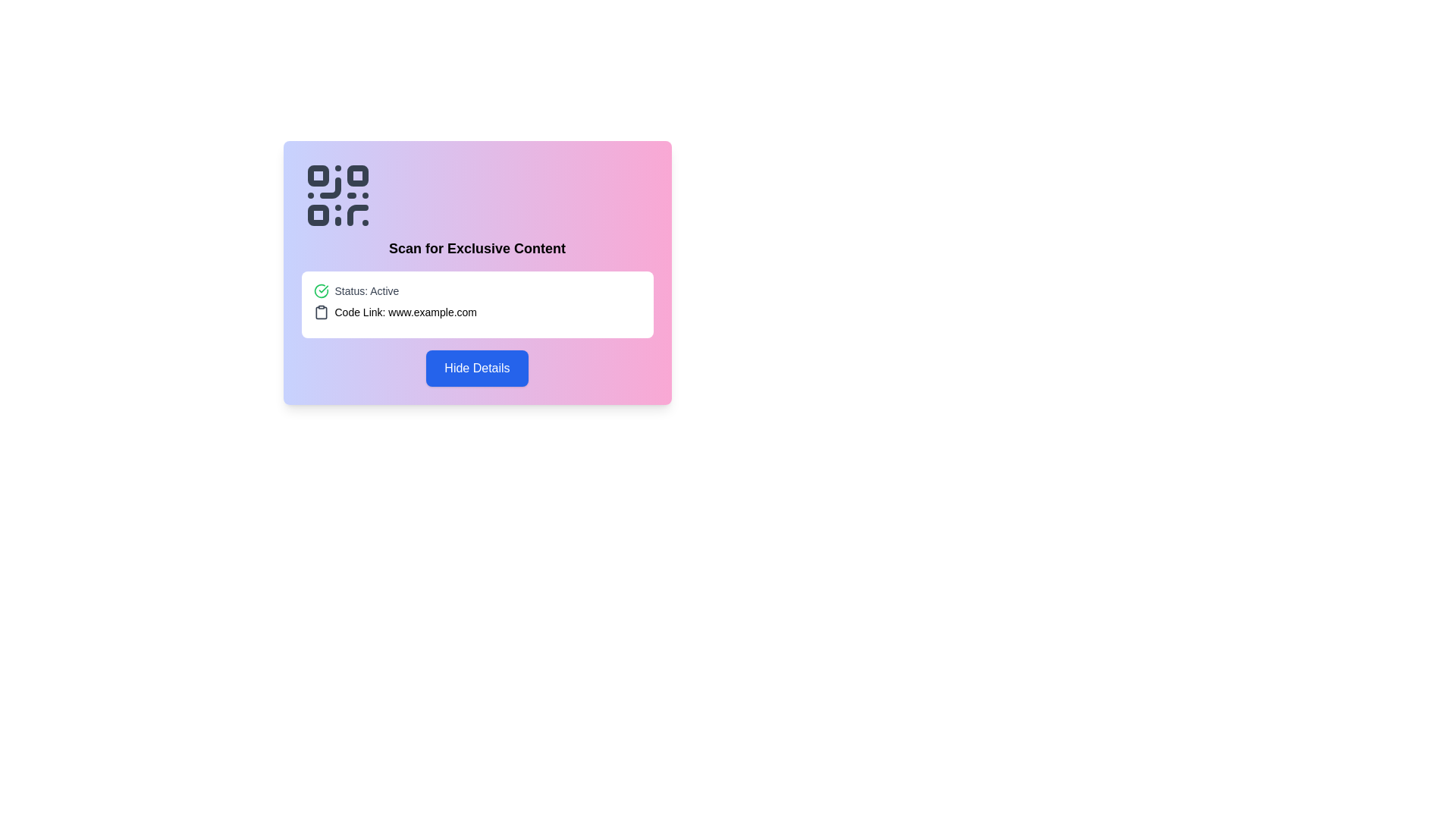 Image resolution: width=1456 pixels, height=819 pixels. Describe the element at coordinates (356, 215) in the screenshot. I see `the curved stroke icon component of the QR code graphic located in the upper left section of the interface by clicking on its center point` at that location.